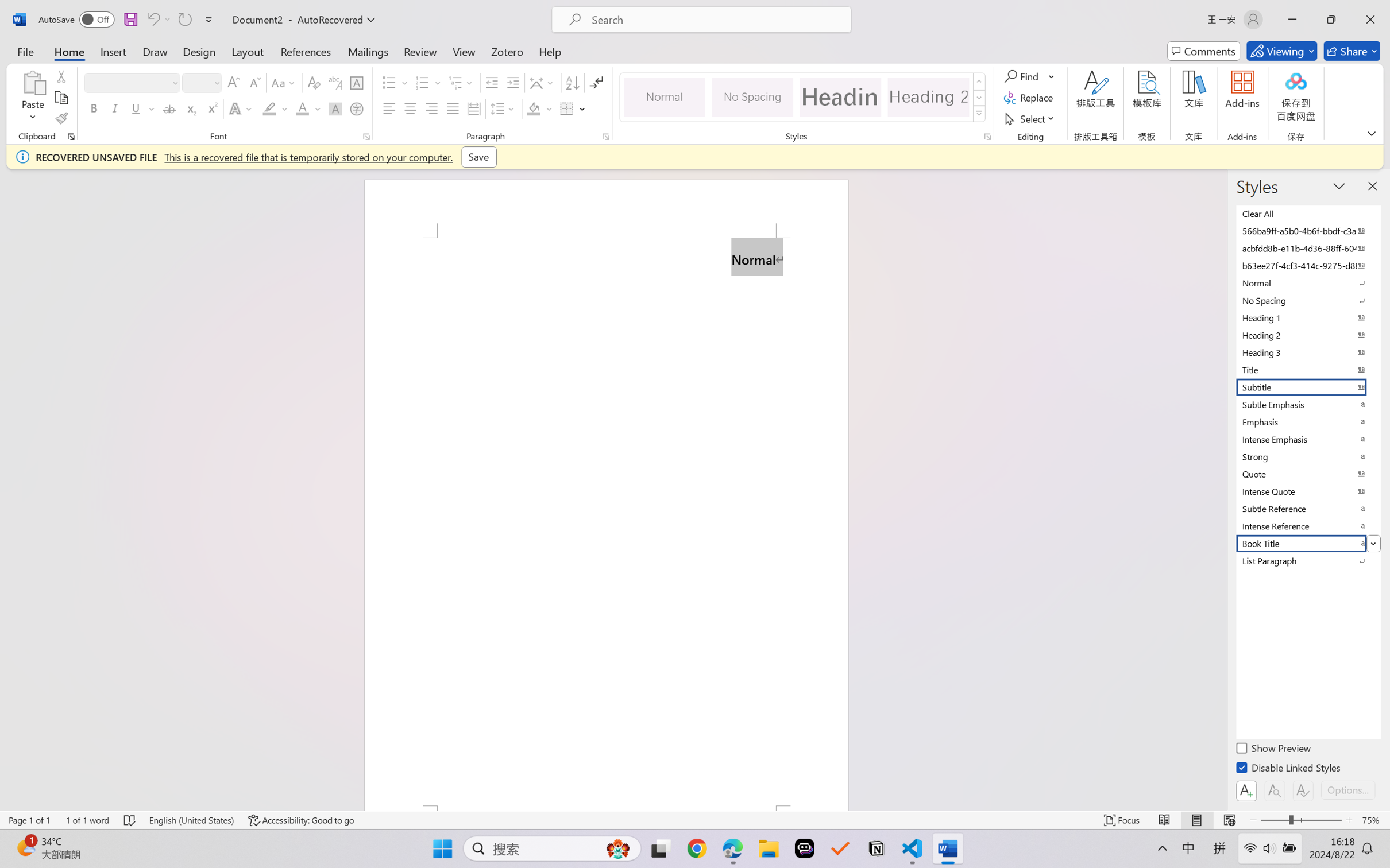  I want to click on 'Subtitle', so click(1307, 386).